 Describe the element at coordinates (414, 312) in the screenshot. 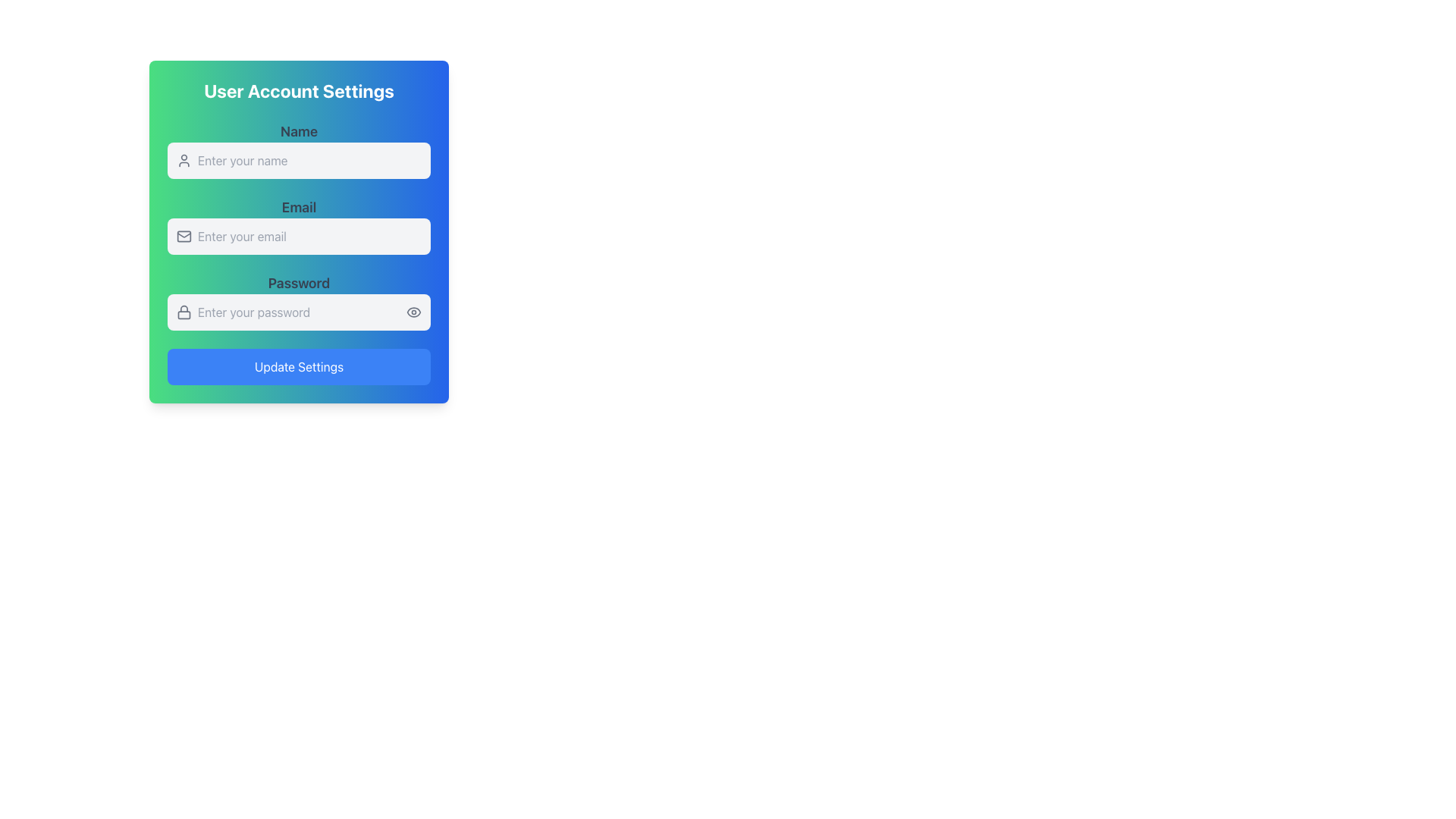

I see `the eye icon button` at that location.